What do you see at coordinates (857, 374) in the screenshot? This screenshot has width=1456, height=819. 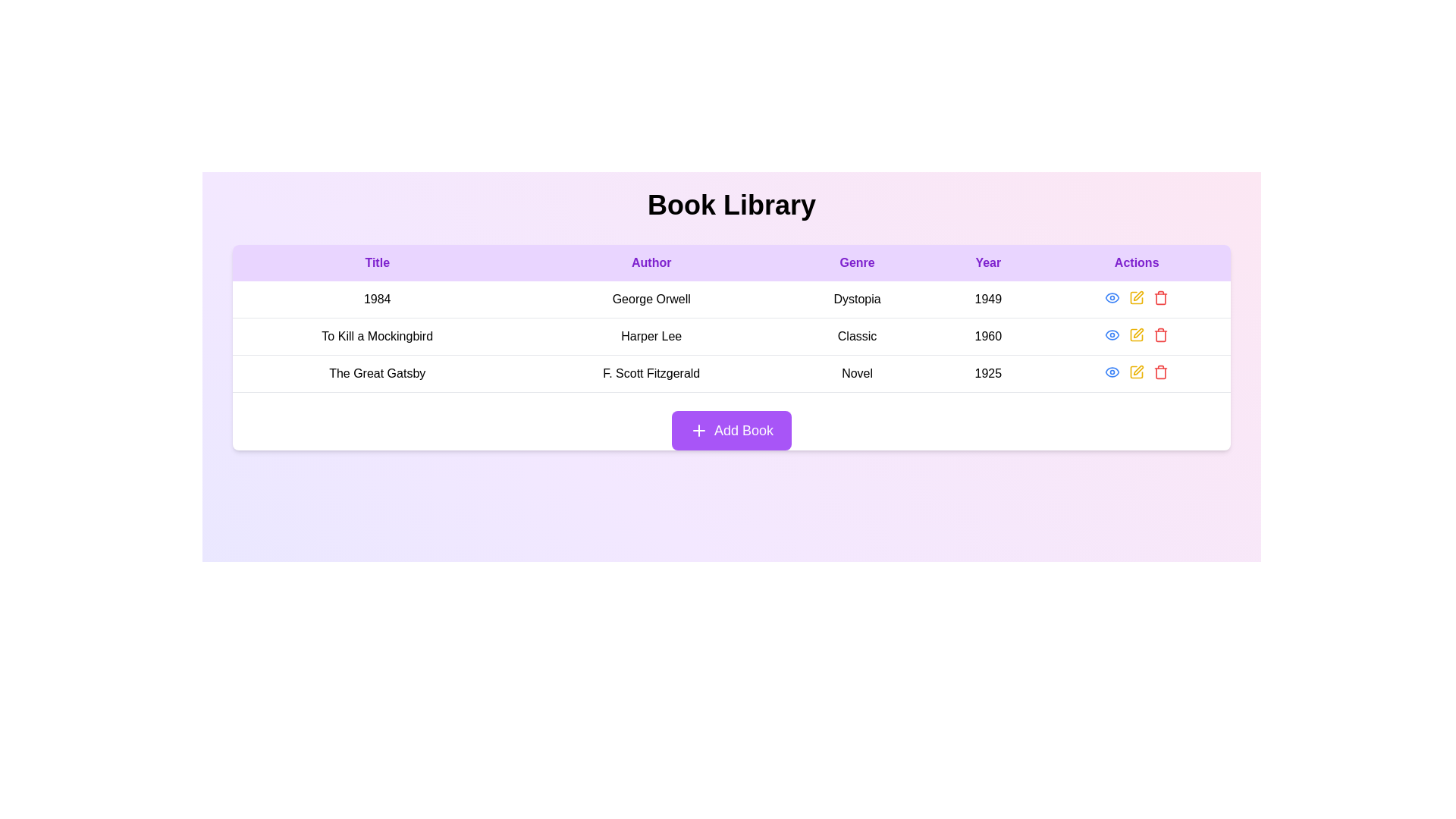 I see `the text label 'Novel' in the 'Genre' column of the table, located in the third row, which corresponds to 'The Great Gatsby'` at bounding box center [857, 374].